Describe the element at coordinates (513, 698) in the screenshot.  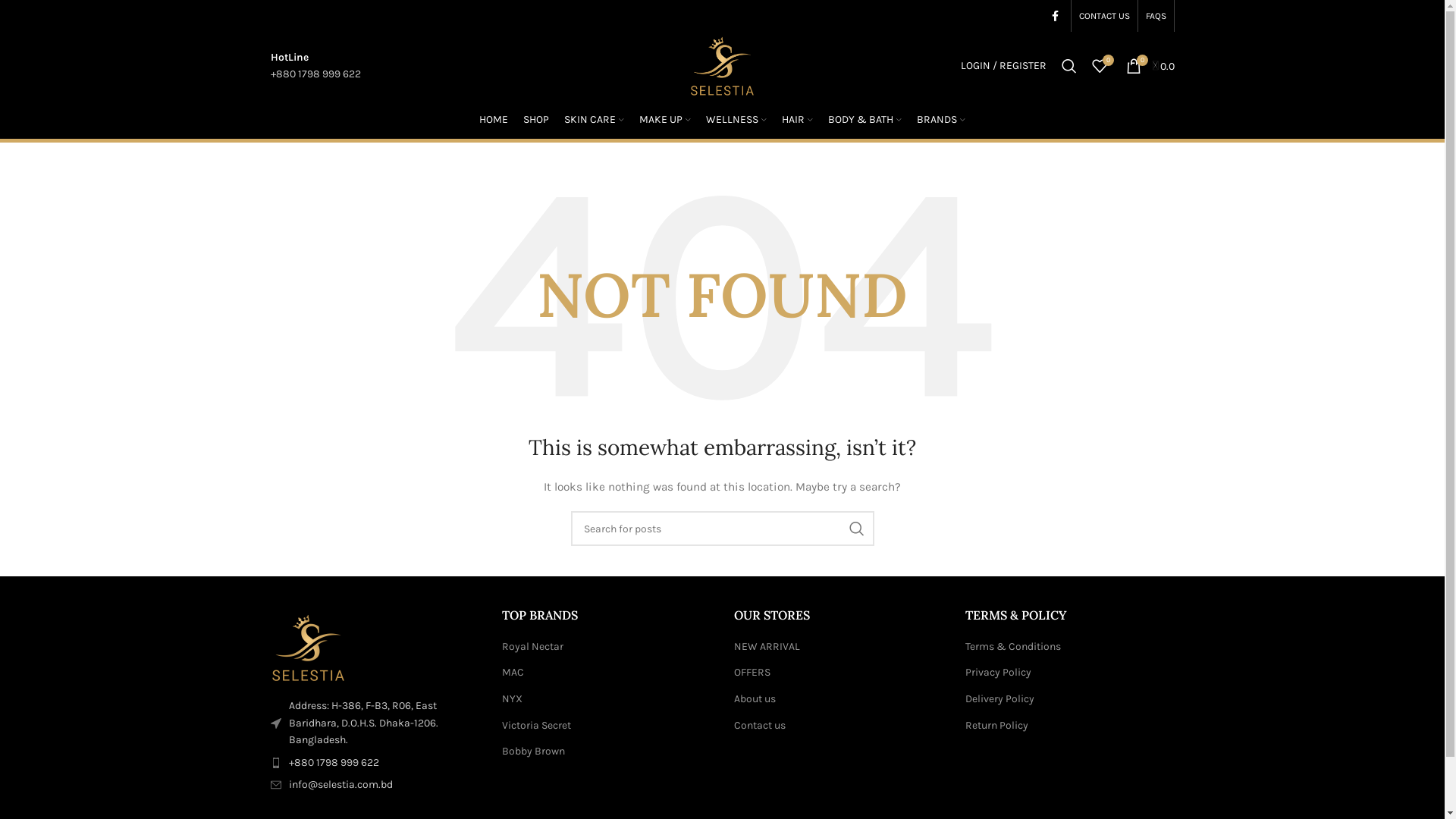
I see `'NYX'` at that location.